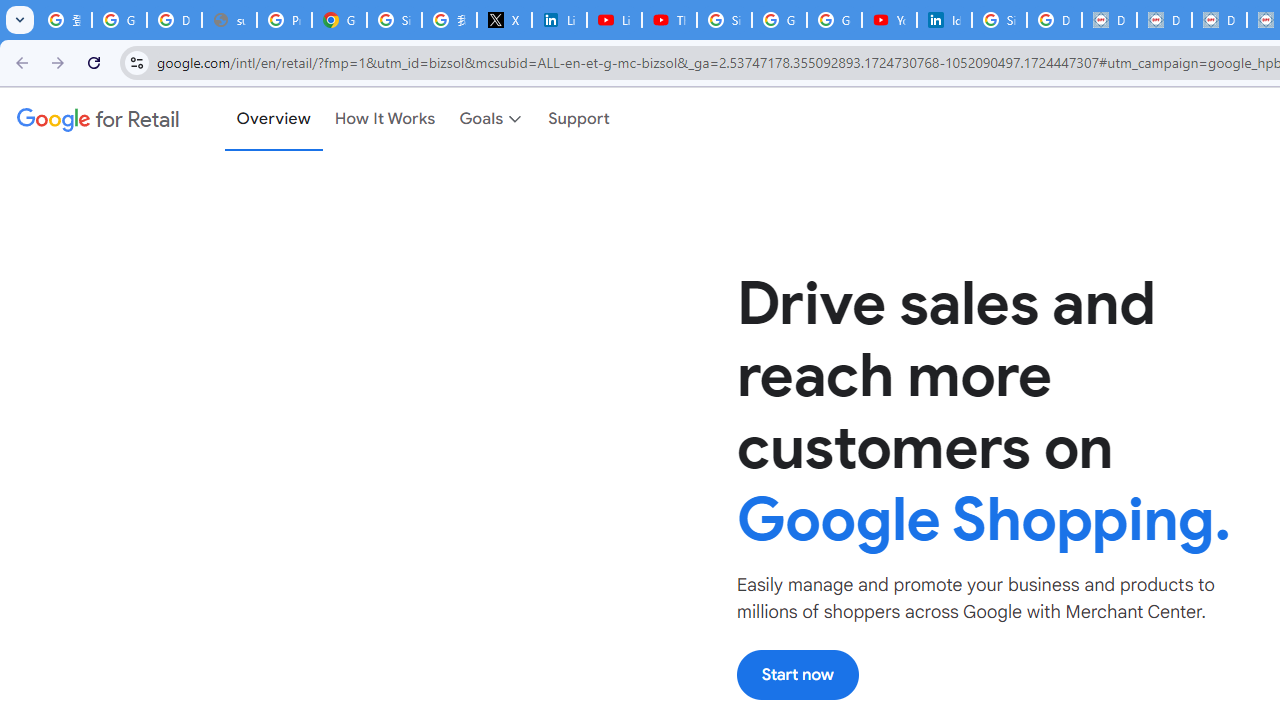 This screenshot has height=720, width=1280. What do you see at coordinates (999, 20) in the screenshot?
I see `'Sign in - Google Accounts'` at bounding box center [999, 20].